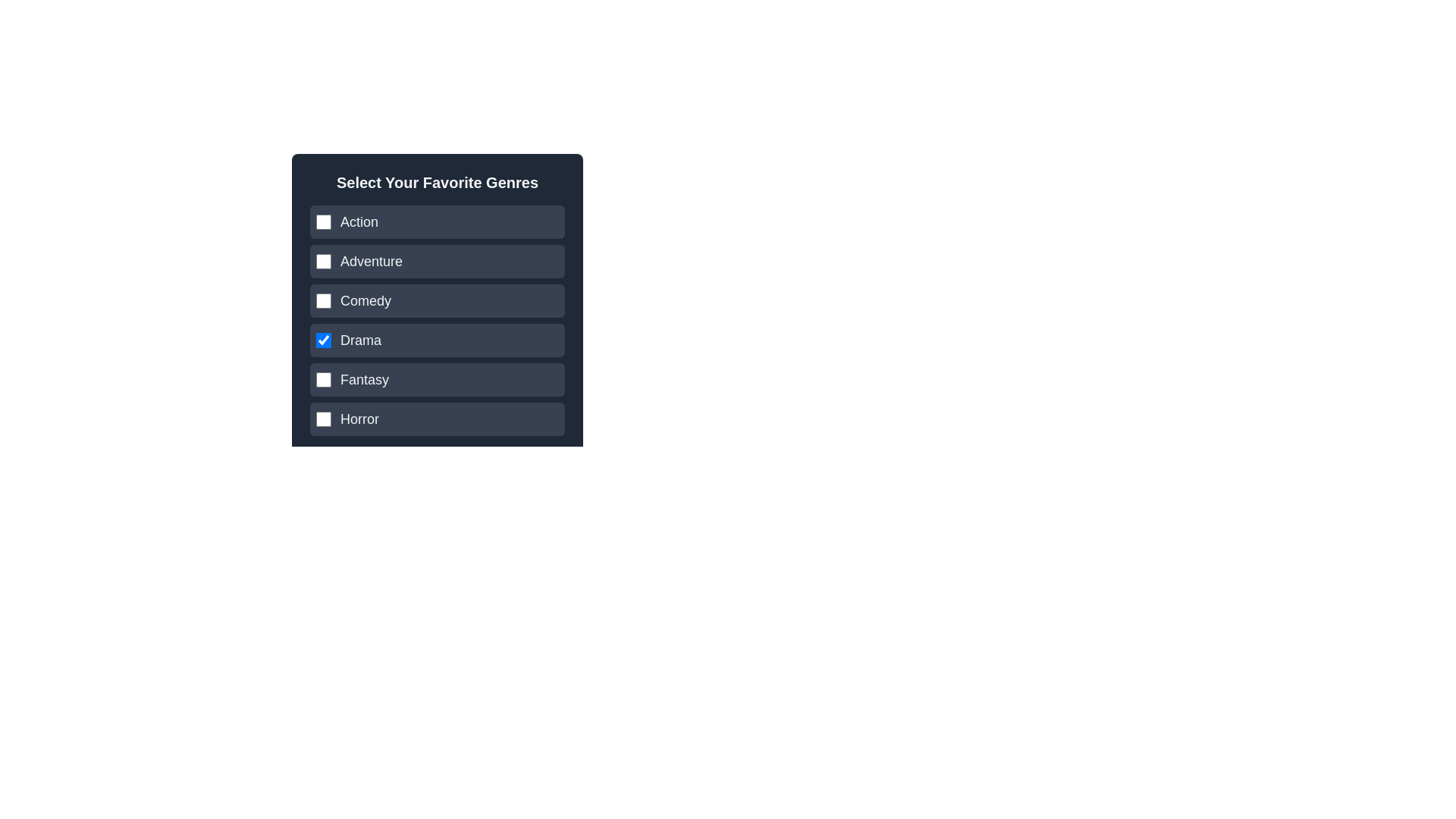 This screenshot has height=819, width=1456. Describe the element at coordinates (366, 301) in the screenshot. I see `the text label displaying 'Comedy', which is positioned to the right of the checkbox and appears as the third item in a list below 'Adventure' and above 'Drama'` at that location.